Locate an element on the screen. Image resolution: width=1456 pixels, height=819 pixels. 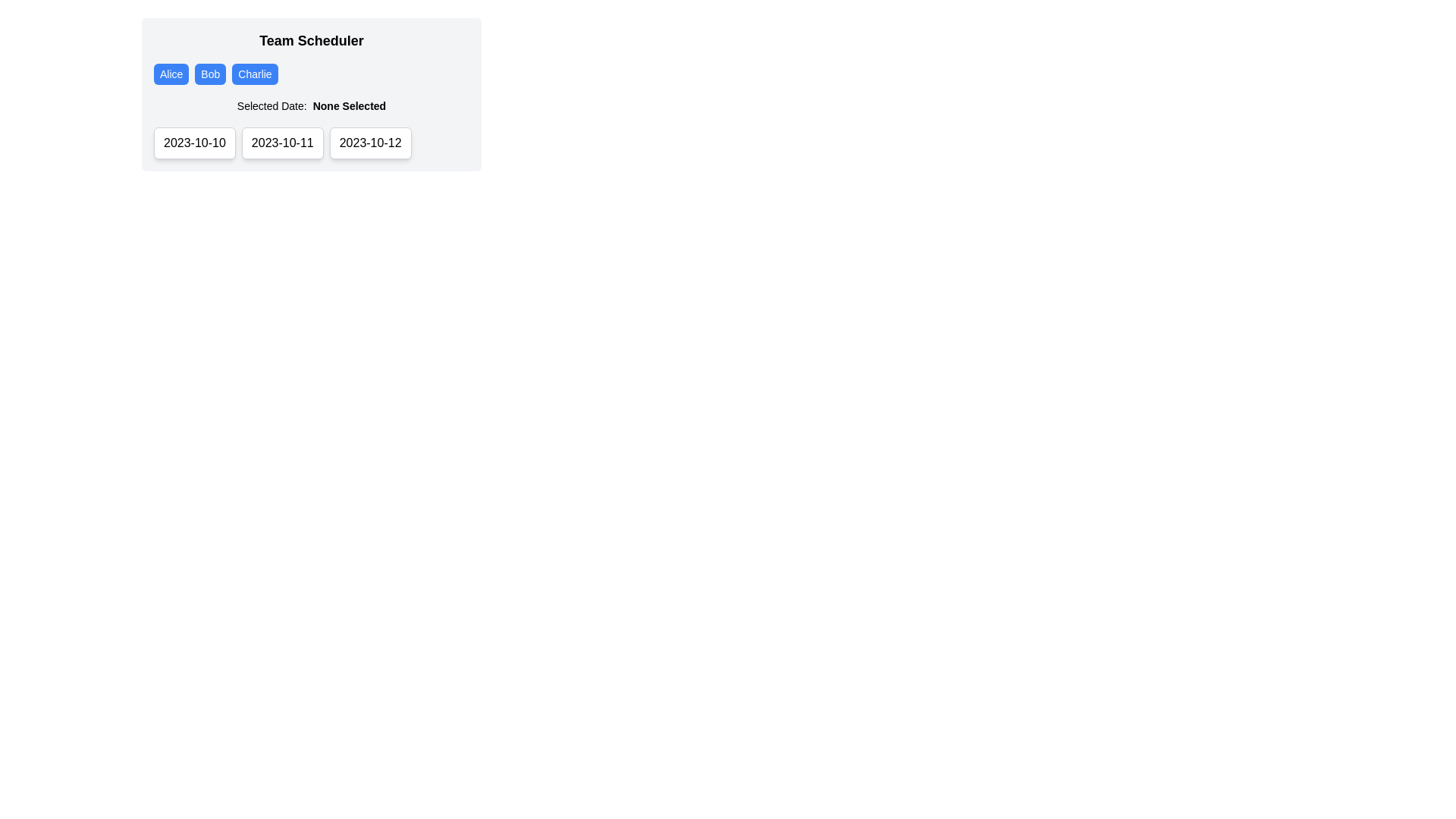
the date selection button located below the 'Selected Date: None Selected' label, which is the leftmost button in a group of three is located at coordinates (193, 143).